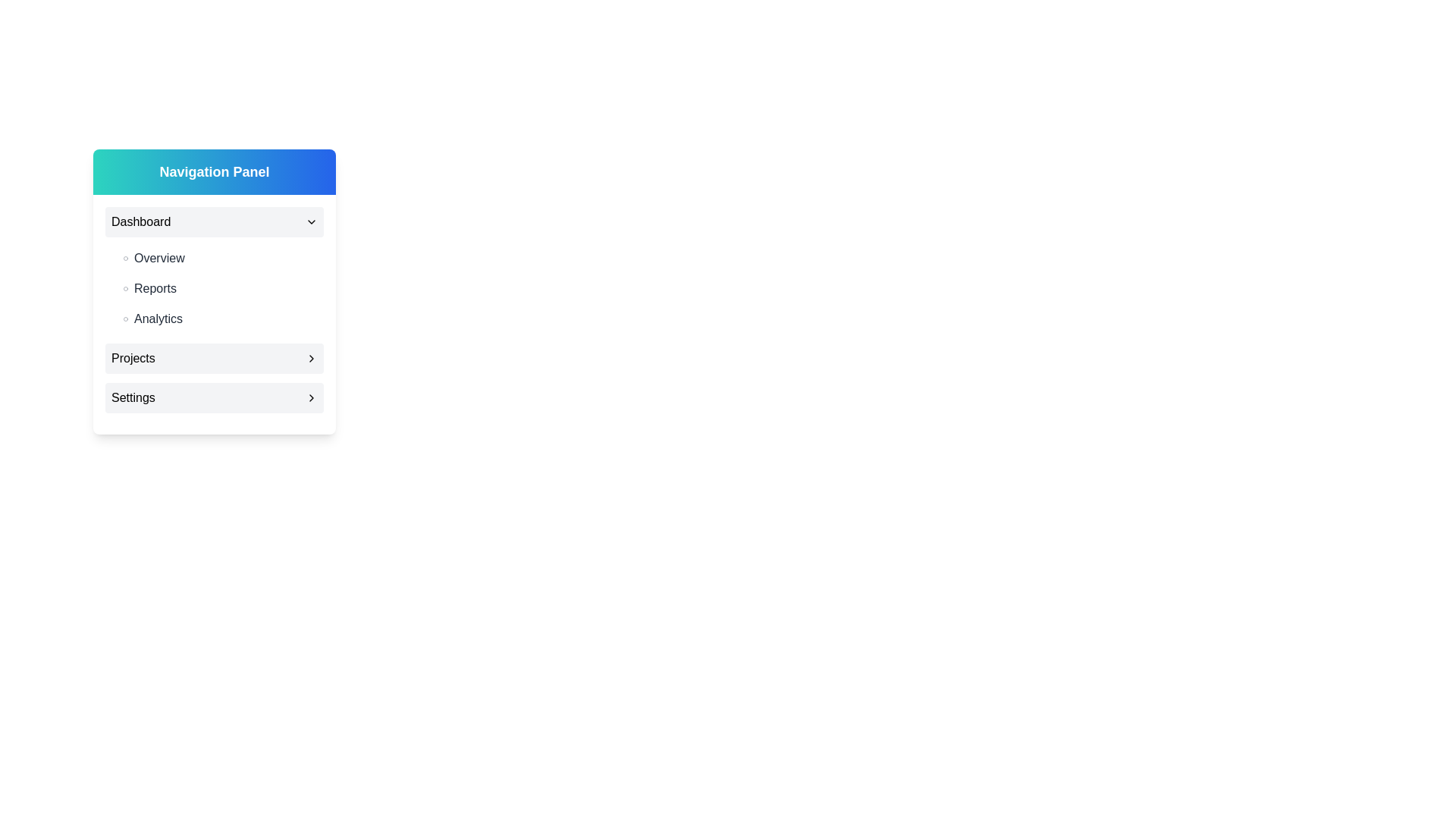 The height and width of the screenshot is (819, 1456). I want to click on the 'Reports' text label in the 'Dashboard' dropdown of the left-side navigation menu, so click(155, 289).